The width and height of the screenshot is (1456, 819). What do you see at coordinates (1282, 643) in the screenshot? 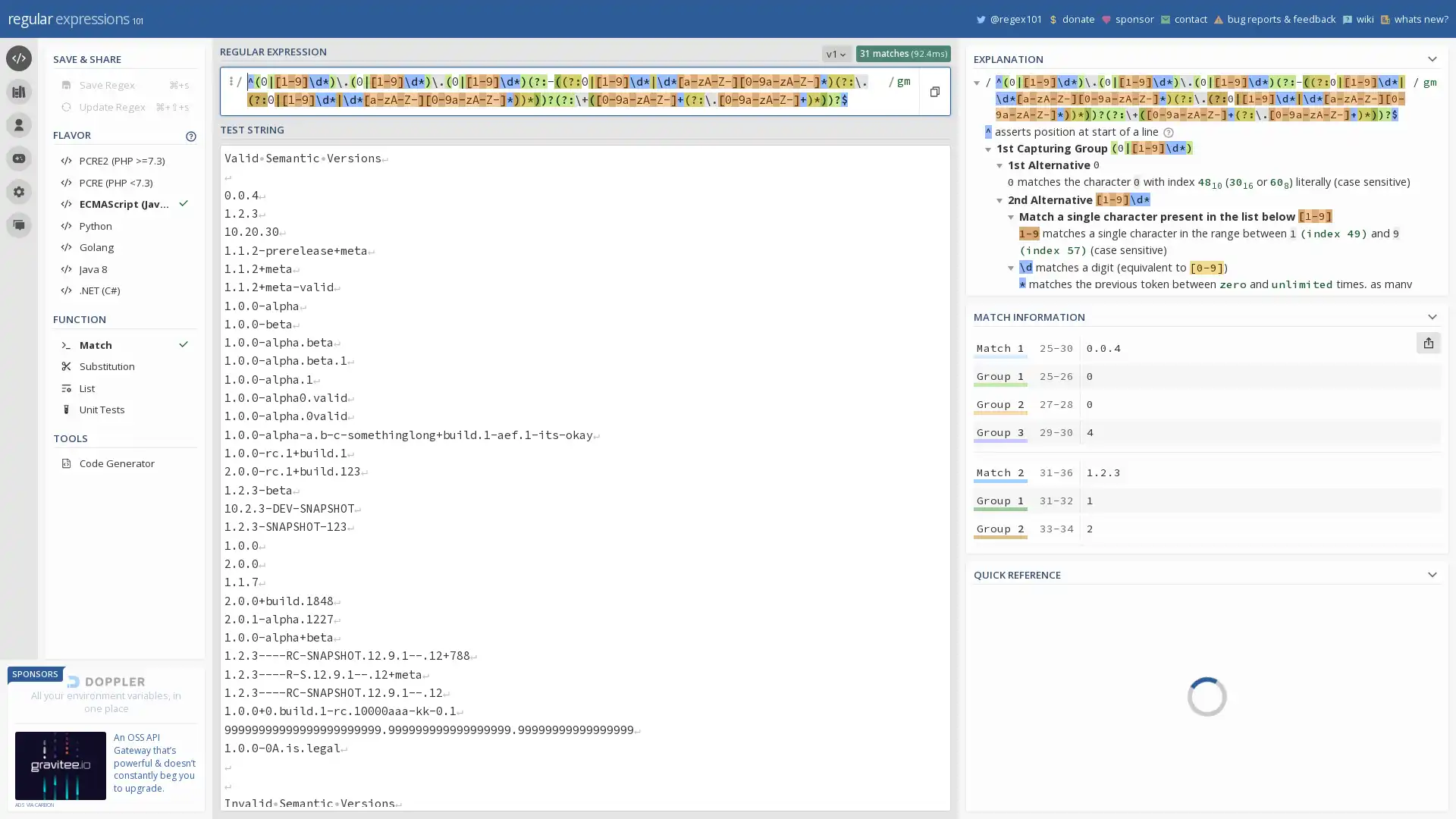
I see `A character in the range: a-z [a-z]` at bounding box center [1282, 643].